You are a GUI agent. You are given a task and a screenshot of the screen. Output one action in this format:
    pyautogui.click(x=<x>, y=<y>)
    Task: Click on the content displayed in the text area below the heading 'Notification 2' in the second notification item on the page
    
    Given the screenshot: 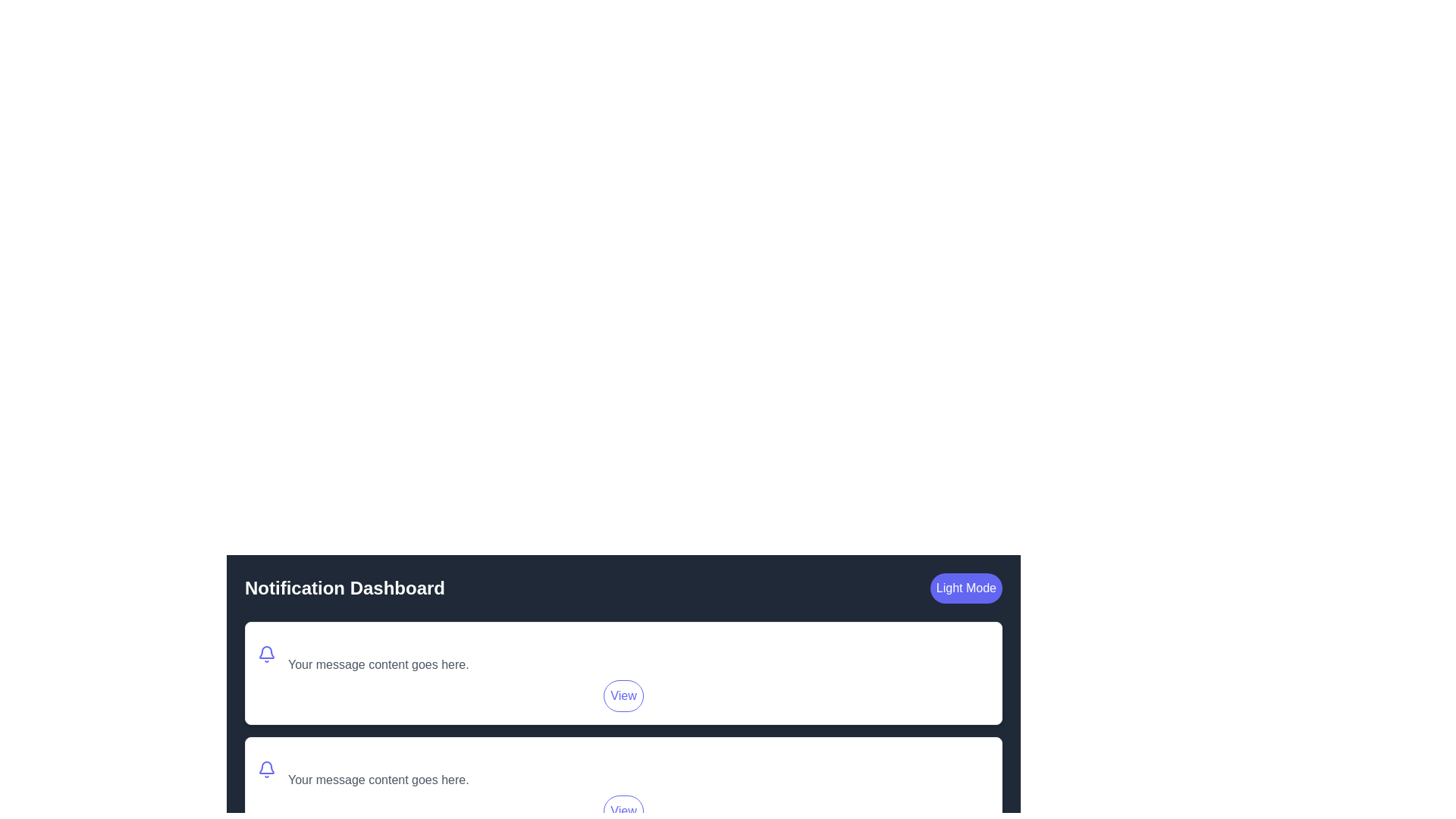 What is the action you would take?
    pyautogui.click(x=378, y=769)
    